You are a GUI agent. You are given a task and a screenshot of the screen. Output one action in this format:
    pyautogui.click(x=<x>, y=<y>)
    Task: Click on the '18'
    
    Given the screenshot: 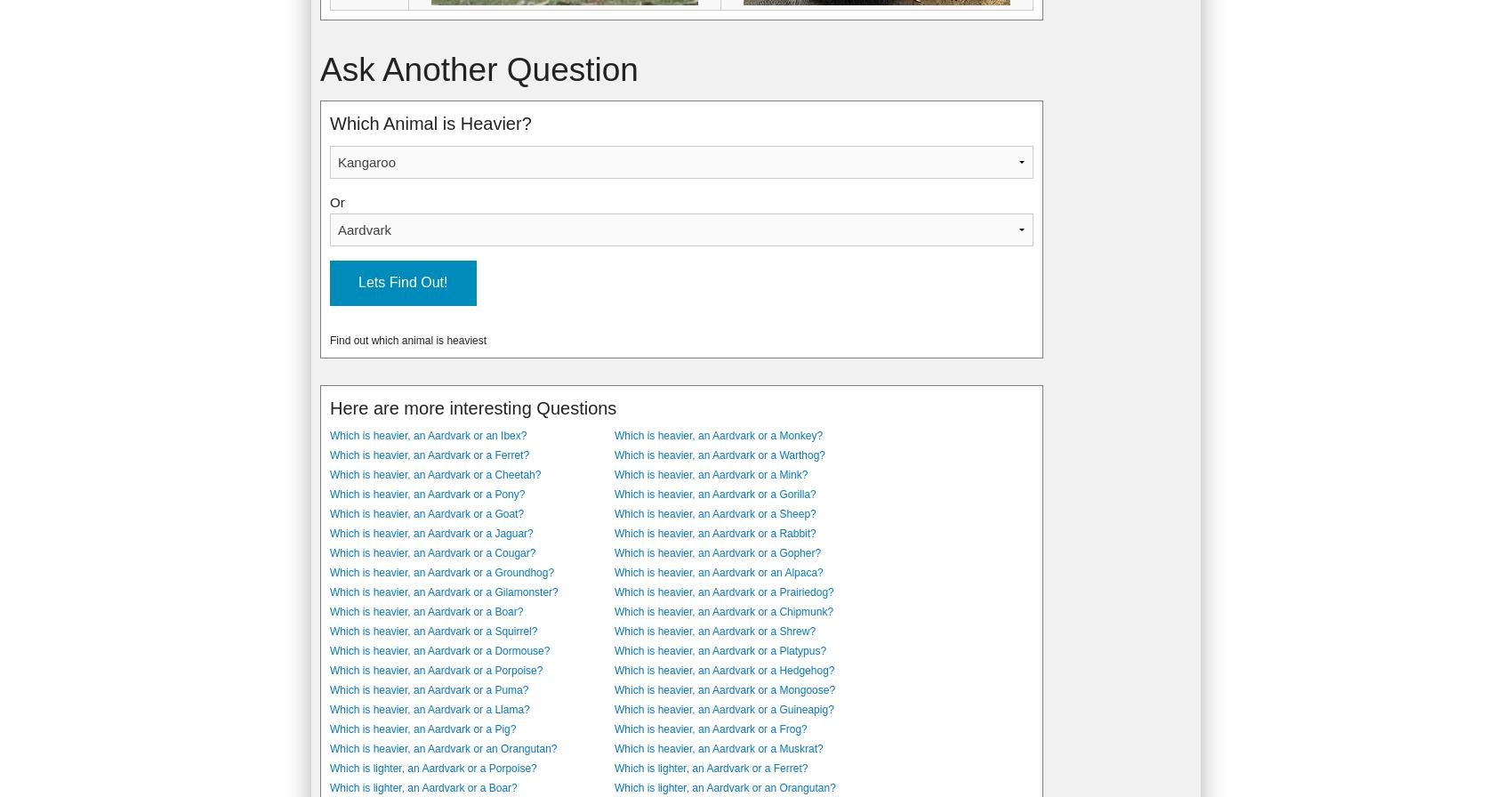 What is the action you would take?
    pyautogui.click(x=334, y=171)
    